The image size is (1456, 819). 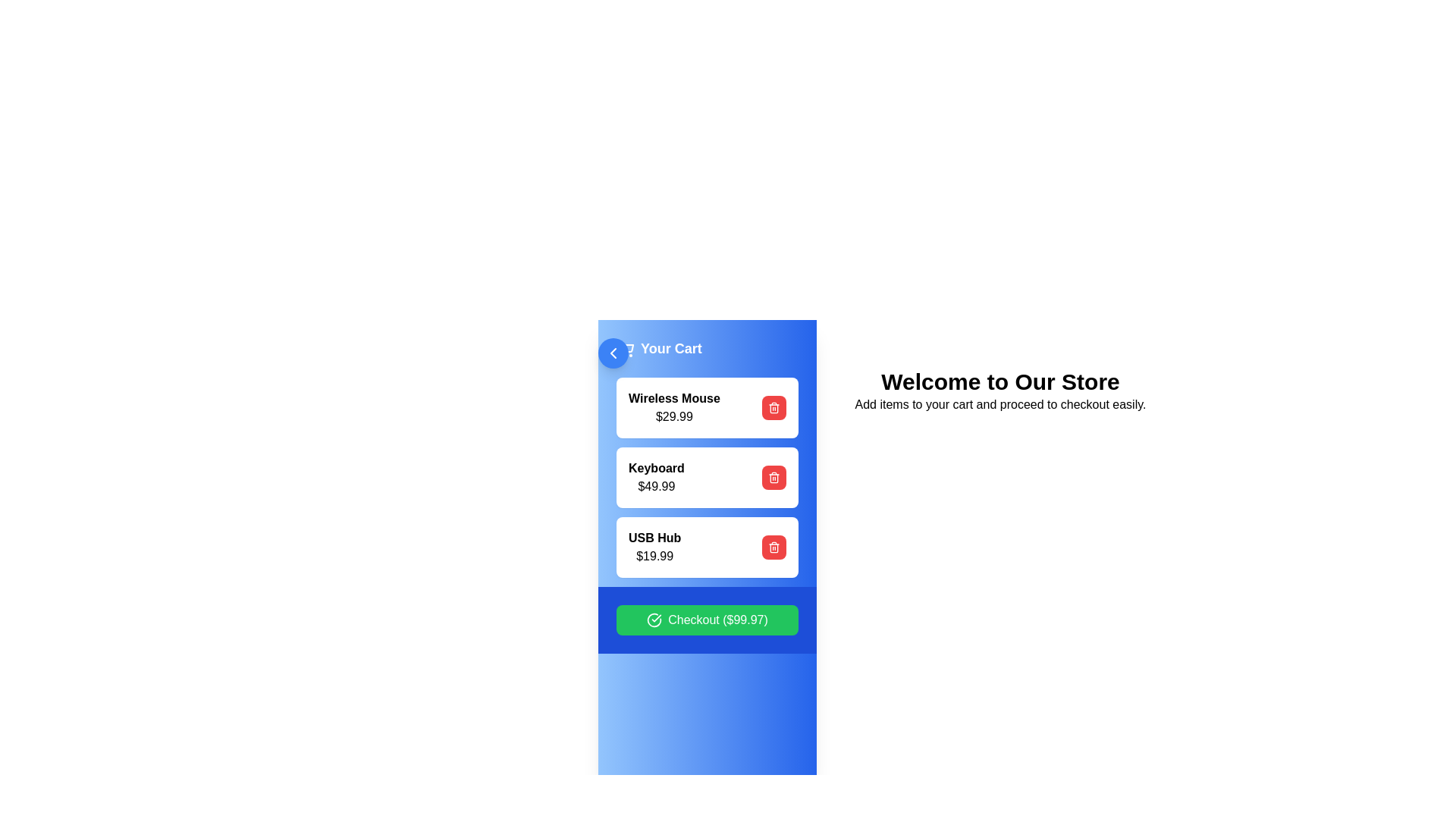 I want to click on price information displayed in the text label located beneath the title 'Keyboard' in the shopping cart section, so click(x=656, y=486).